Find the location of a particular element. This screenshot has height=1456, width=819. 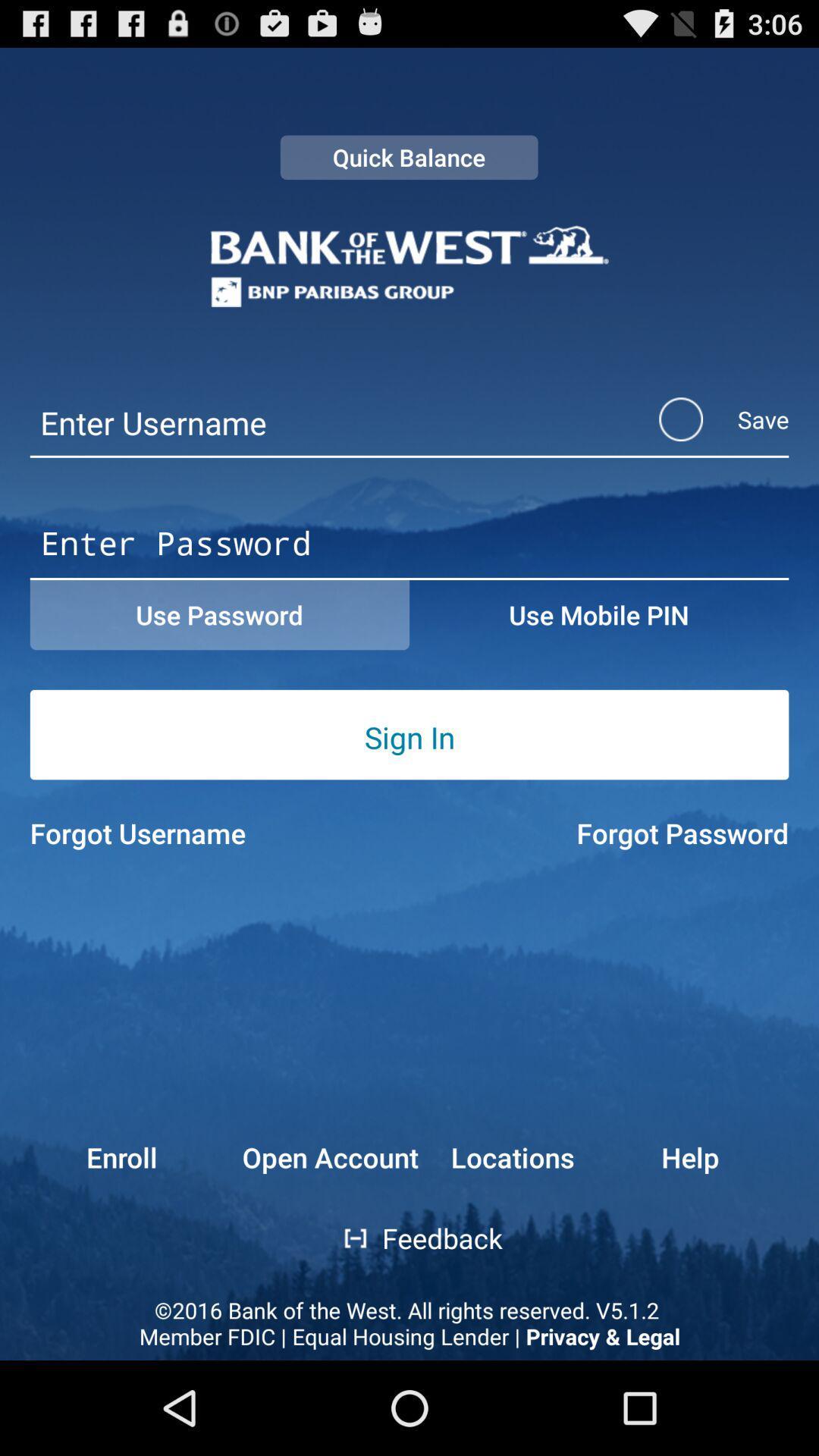

sign in icon is located at coordinates (409, 737).